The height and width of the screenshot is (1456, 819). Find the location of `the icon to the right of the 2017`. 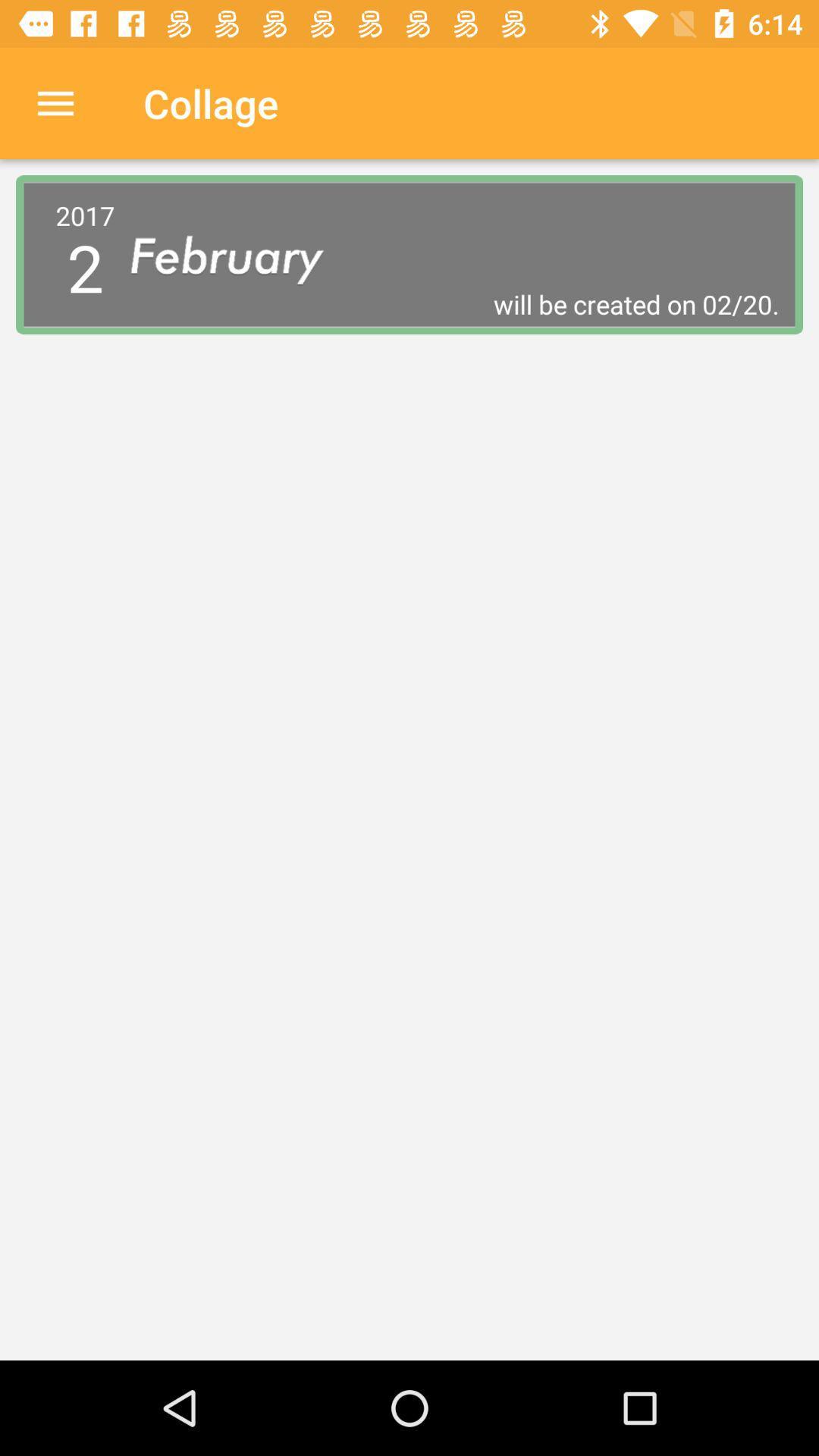

the icon to the right of the 2017 is located at coordinates (454, 303).